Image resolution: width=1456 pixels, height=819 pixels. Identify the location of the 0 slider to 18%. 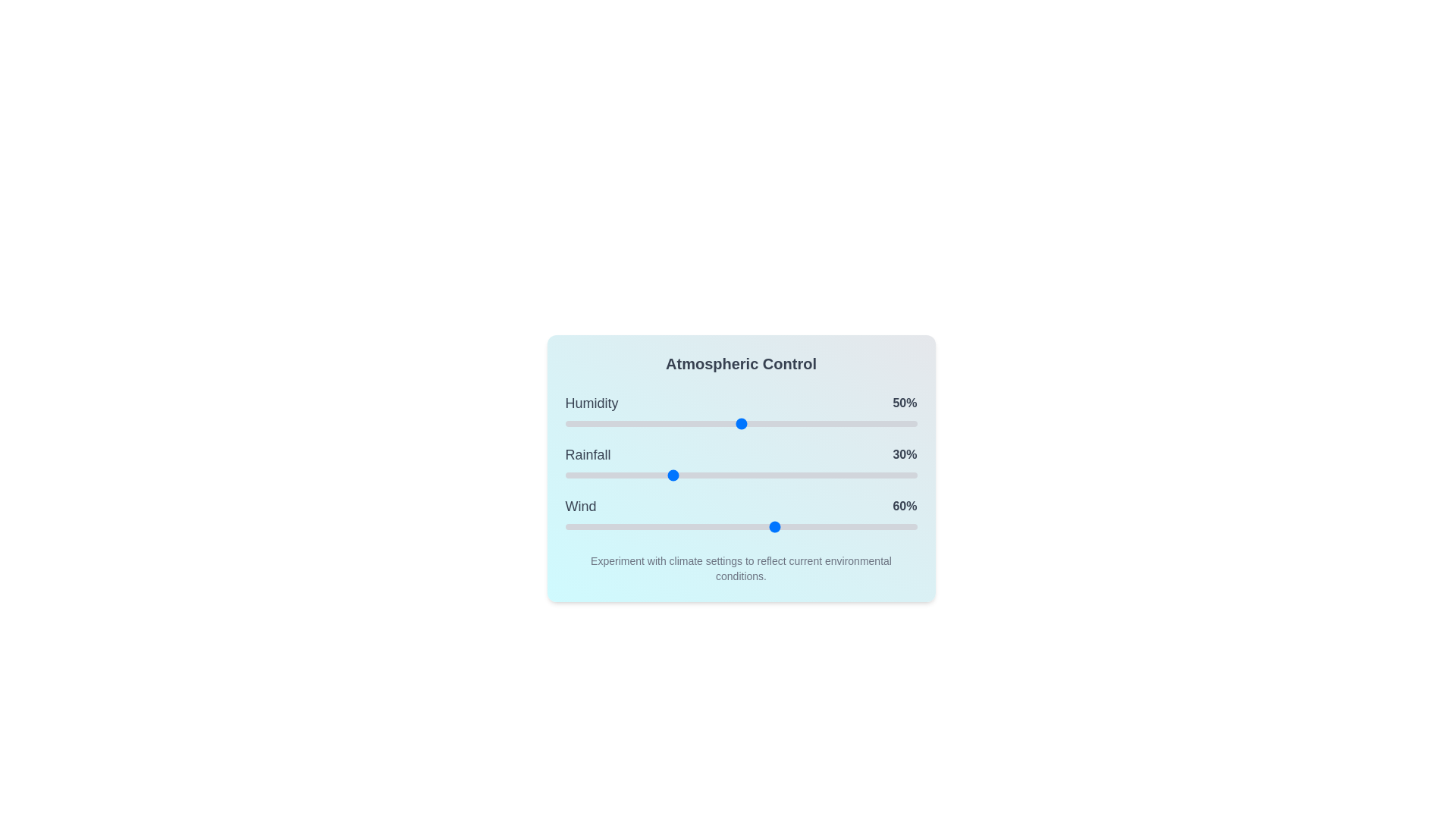
(629, 424).